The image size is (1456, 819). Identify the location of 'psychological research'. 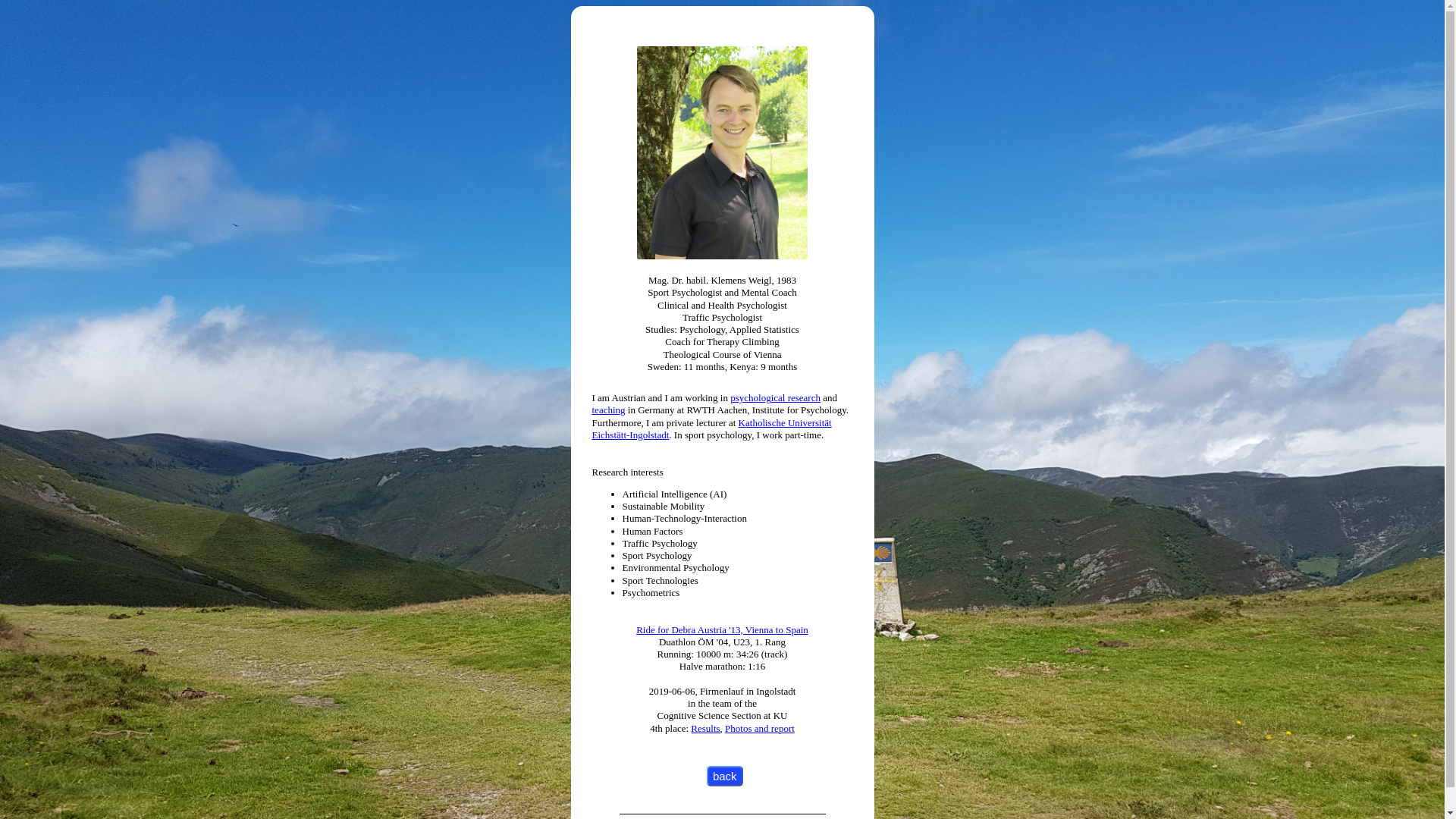
(730, 397).